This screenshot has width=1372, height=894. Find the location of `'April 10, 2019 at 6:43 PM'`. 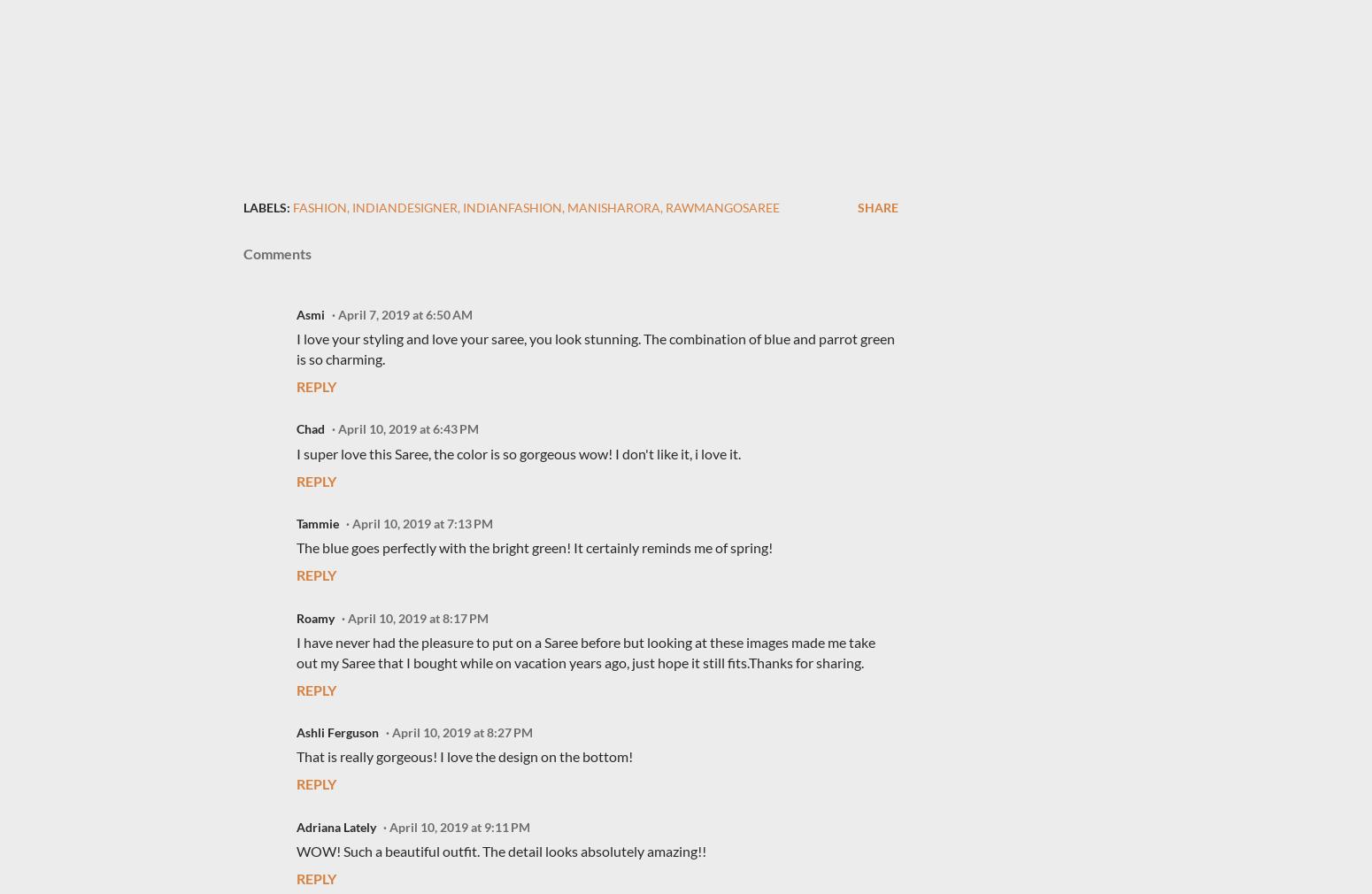

'April 10, 2019 at 6:43 PM' is located at coordinates (337, 428).